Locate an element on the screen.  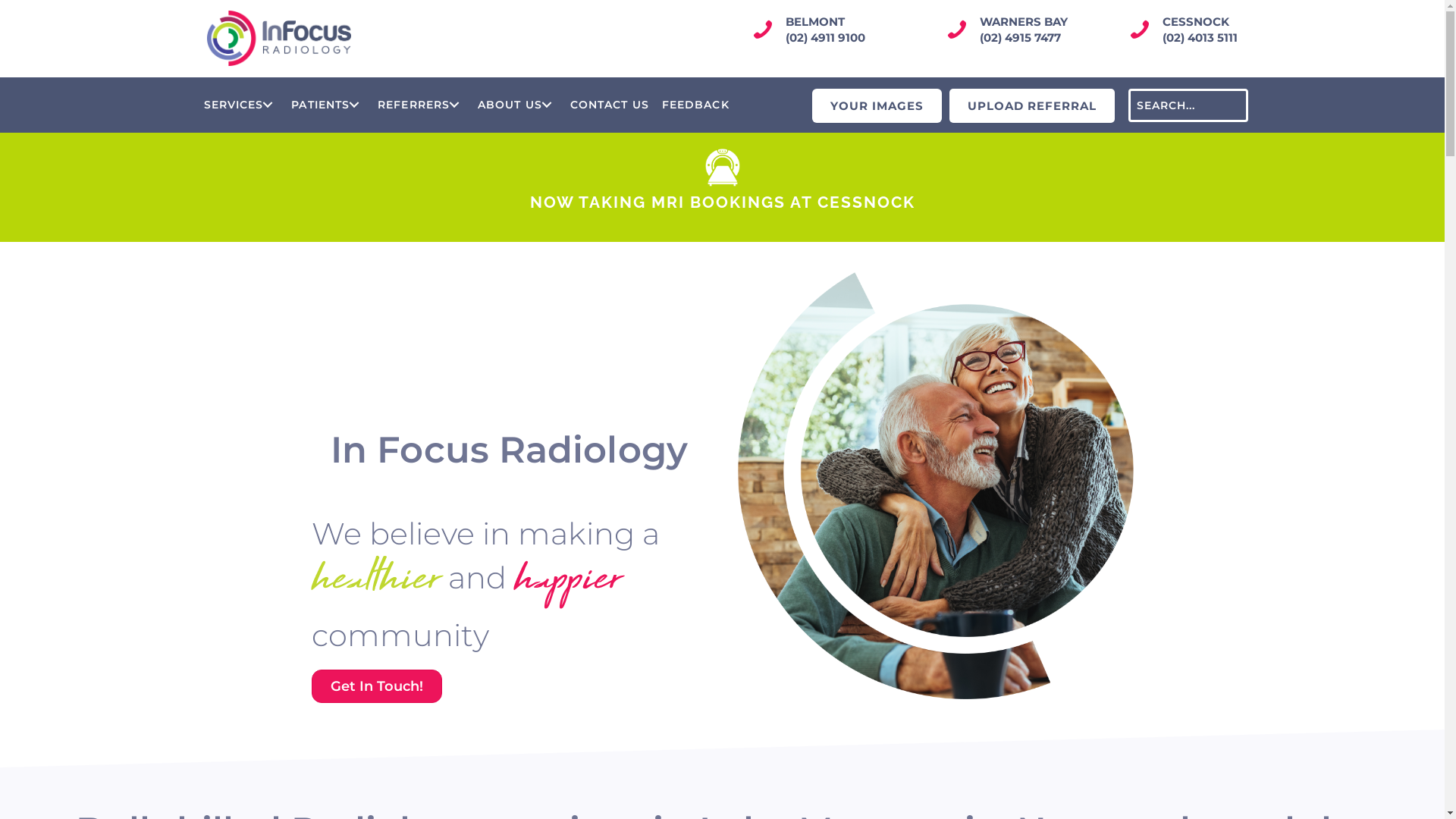
'(02) 4013 5111' is located at coordinates (1199, 36).